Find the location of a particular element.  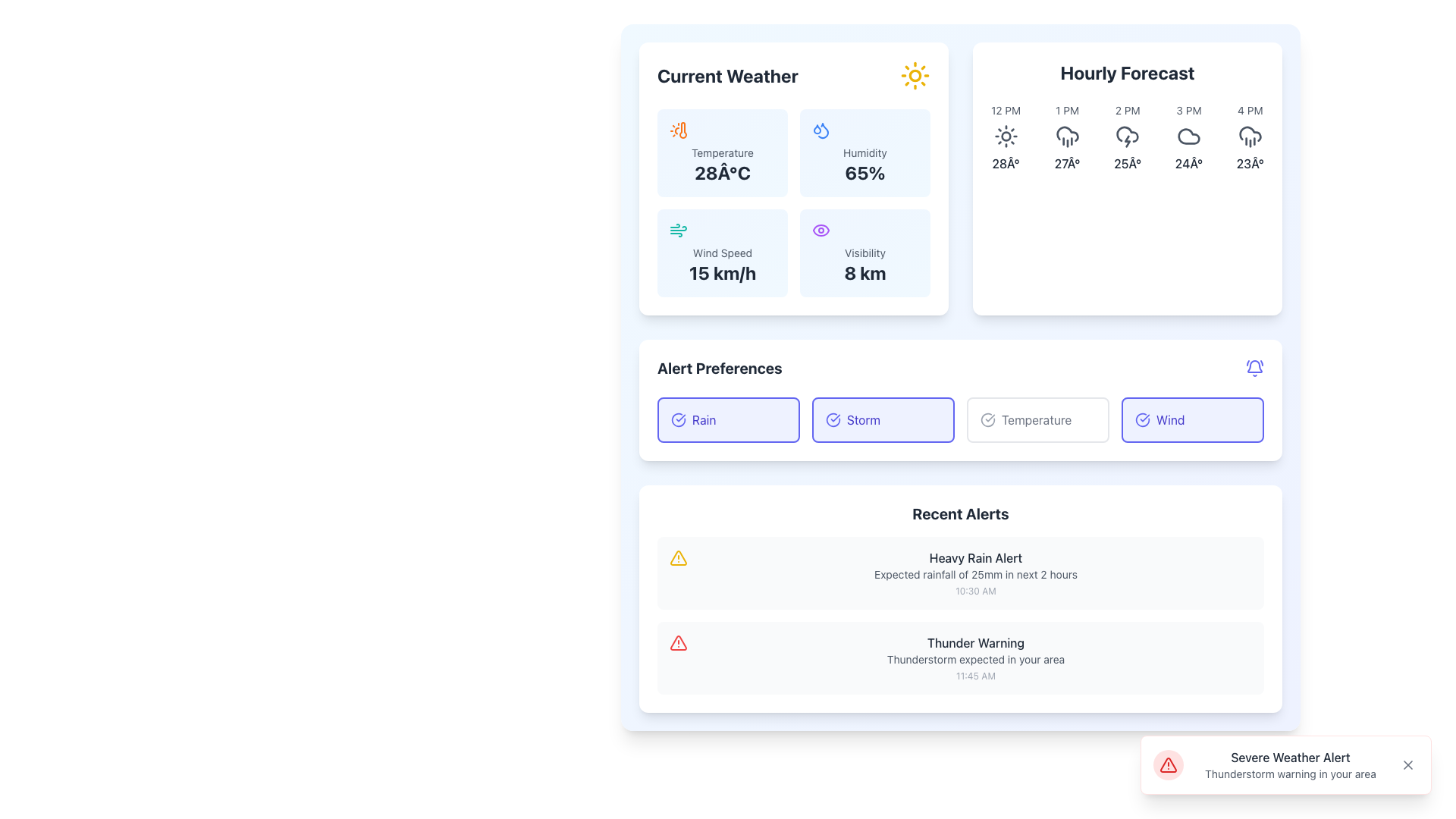

the Informational card displaying 'Humidity' with a blue droplet icon, which is located in the second column of the grid layout under 'Current Weather' is located at coordinates (865, 152).